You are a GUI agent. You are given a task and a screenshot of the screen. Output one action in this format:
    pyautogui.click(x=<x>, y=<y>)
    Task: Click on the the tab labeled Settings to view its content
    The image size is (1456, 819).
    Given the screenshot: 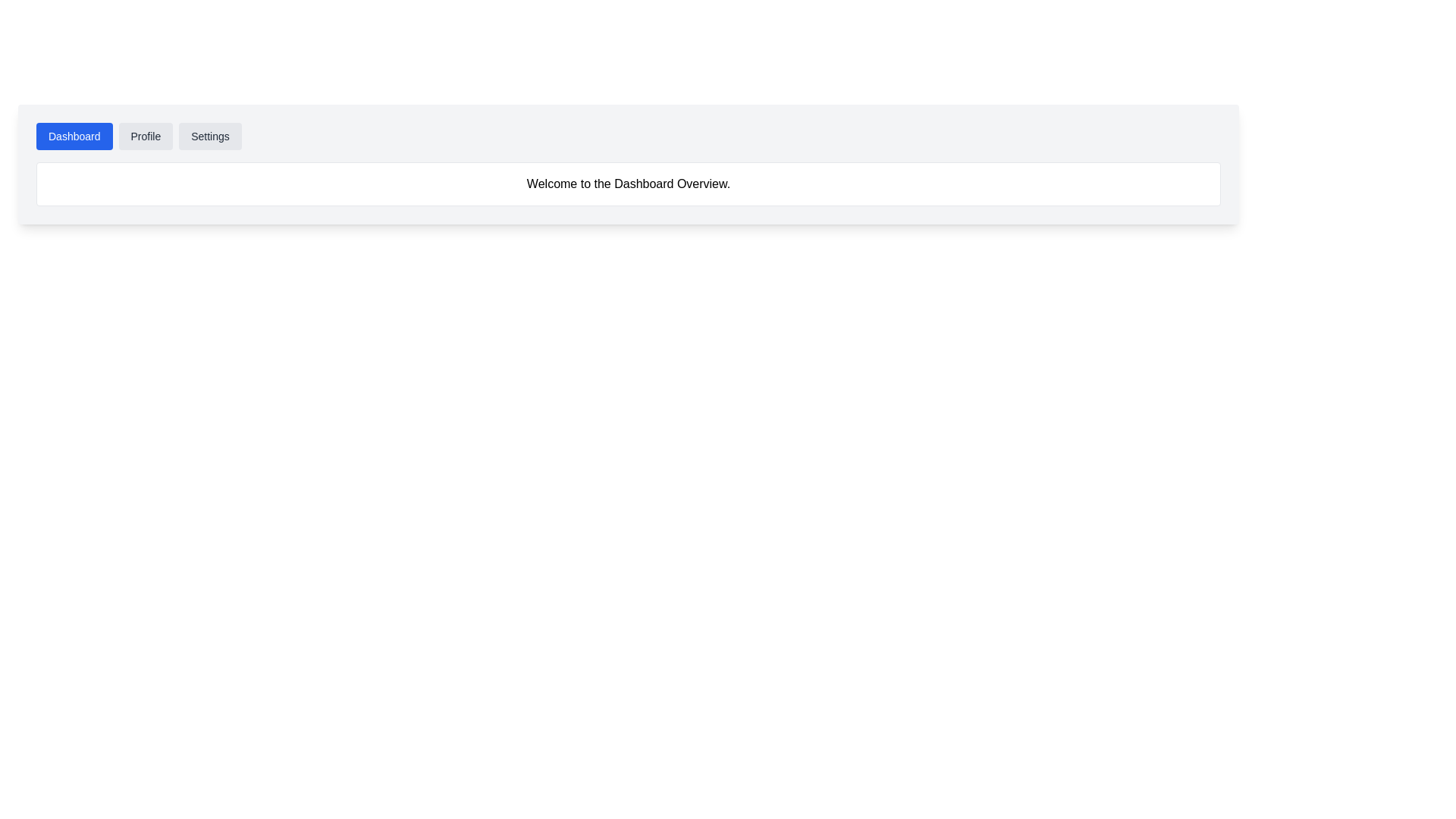 What is the action you would take?
    pyautogui.click(x=209, y=136)
    